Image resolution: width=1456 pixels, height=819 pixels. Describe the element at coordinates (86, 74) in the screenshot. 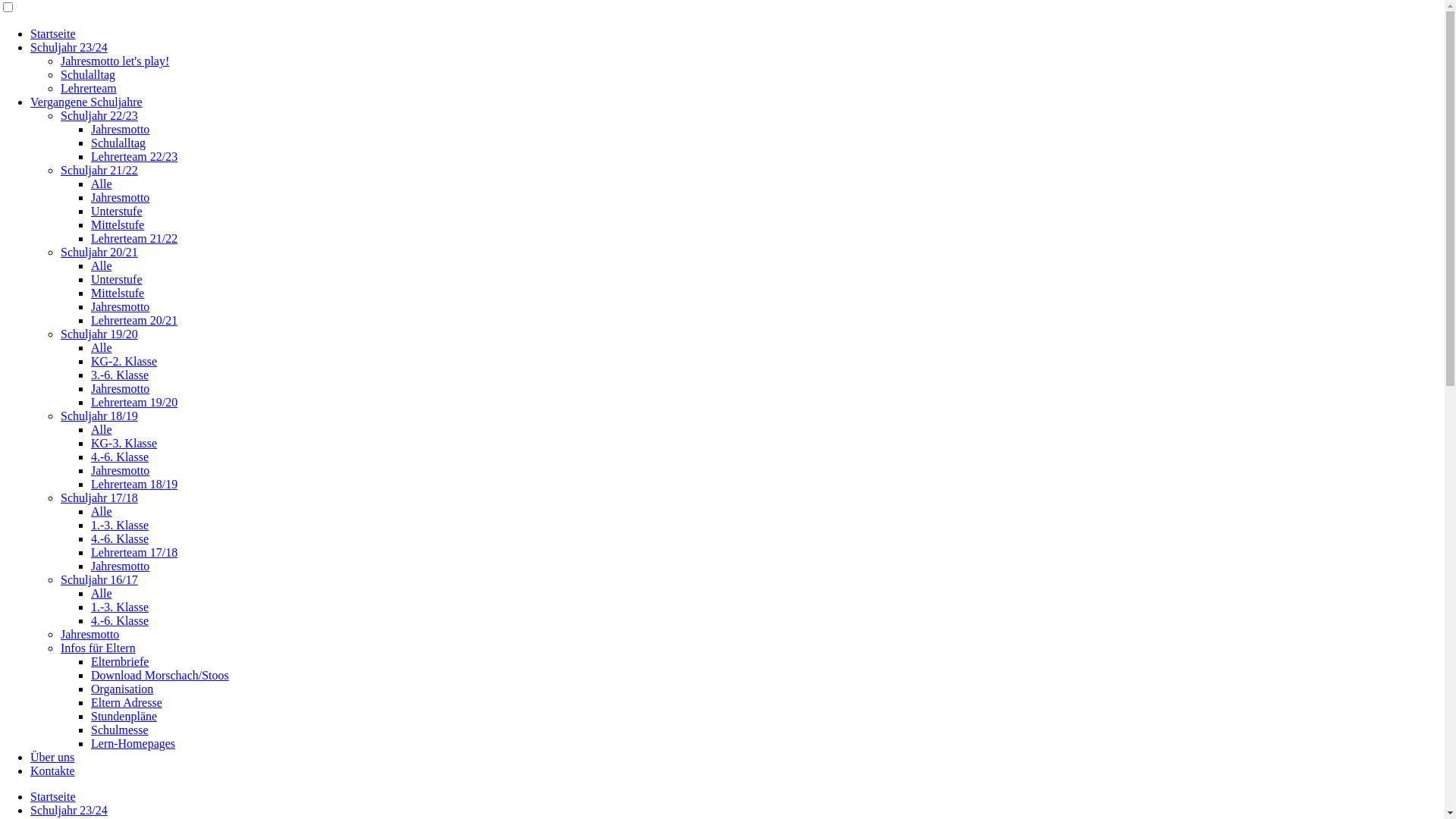

I see `'Schulalltag'` at that location.